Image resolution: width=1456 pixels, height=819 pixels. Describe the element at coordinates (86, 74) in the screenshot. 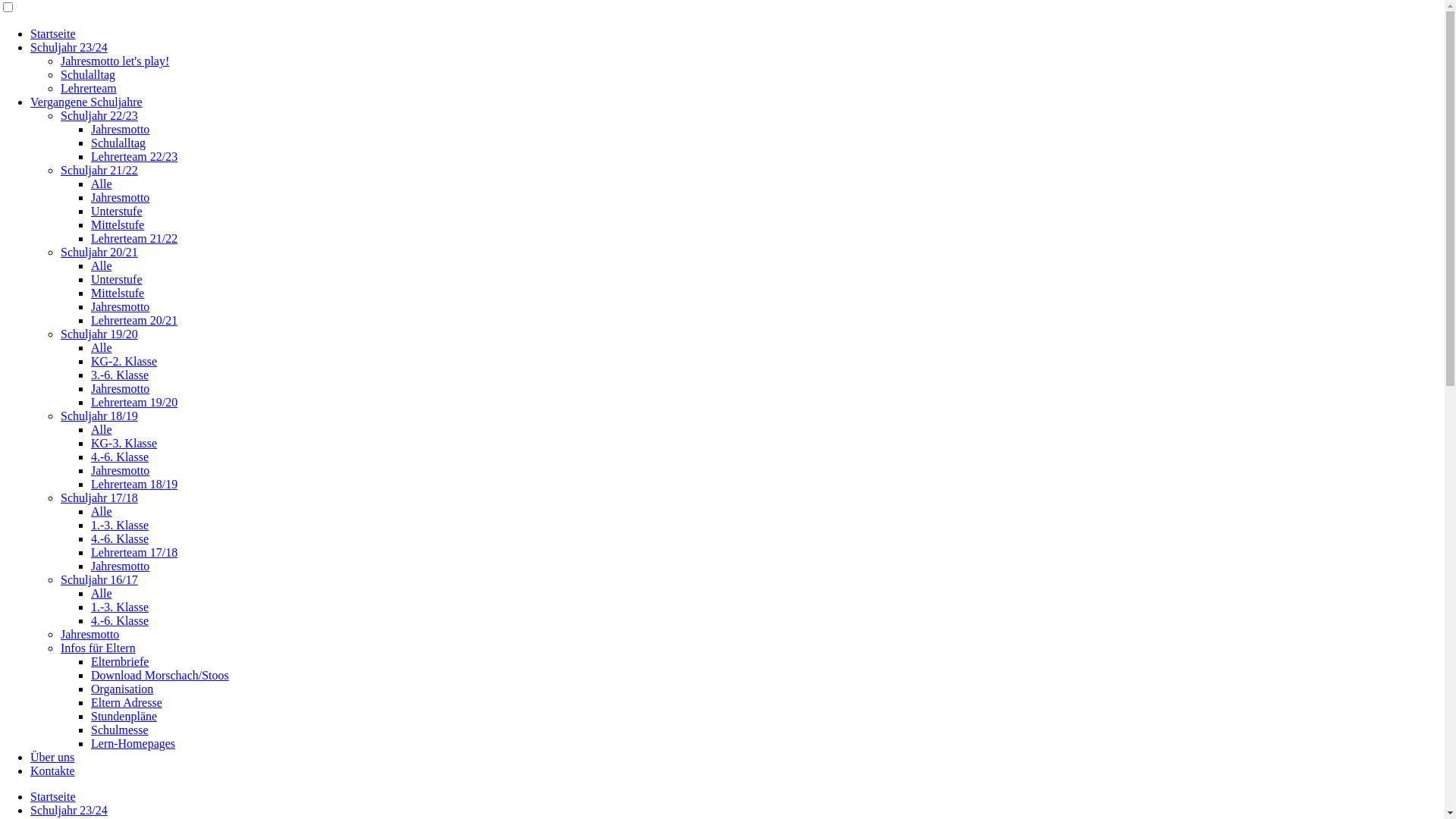

I see `'Schulalltag'` at that location.